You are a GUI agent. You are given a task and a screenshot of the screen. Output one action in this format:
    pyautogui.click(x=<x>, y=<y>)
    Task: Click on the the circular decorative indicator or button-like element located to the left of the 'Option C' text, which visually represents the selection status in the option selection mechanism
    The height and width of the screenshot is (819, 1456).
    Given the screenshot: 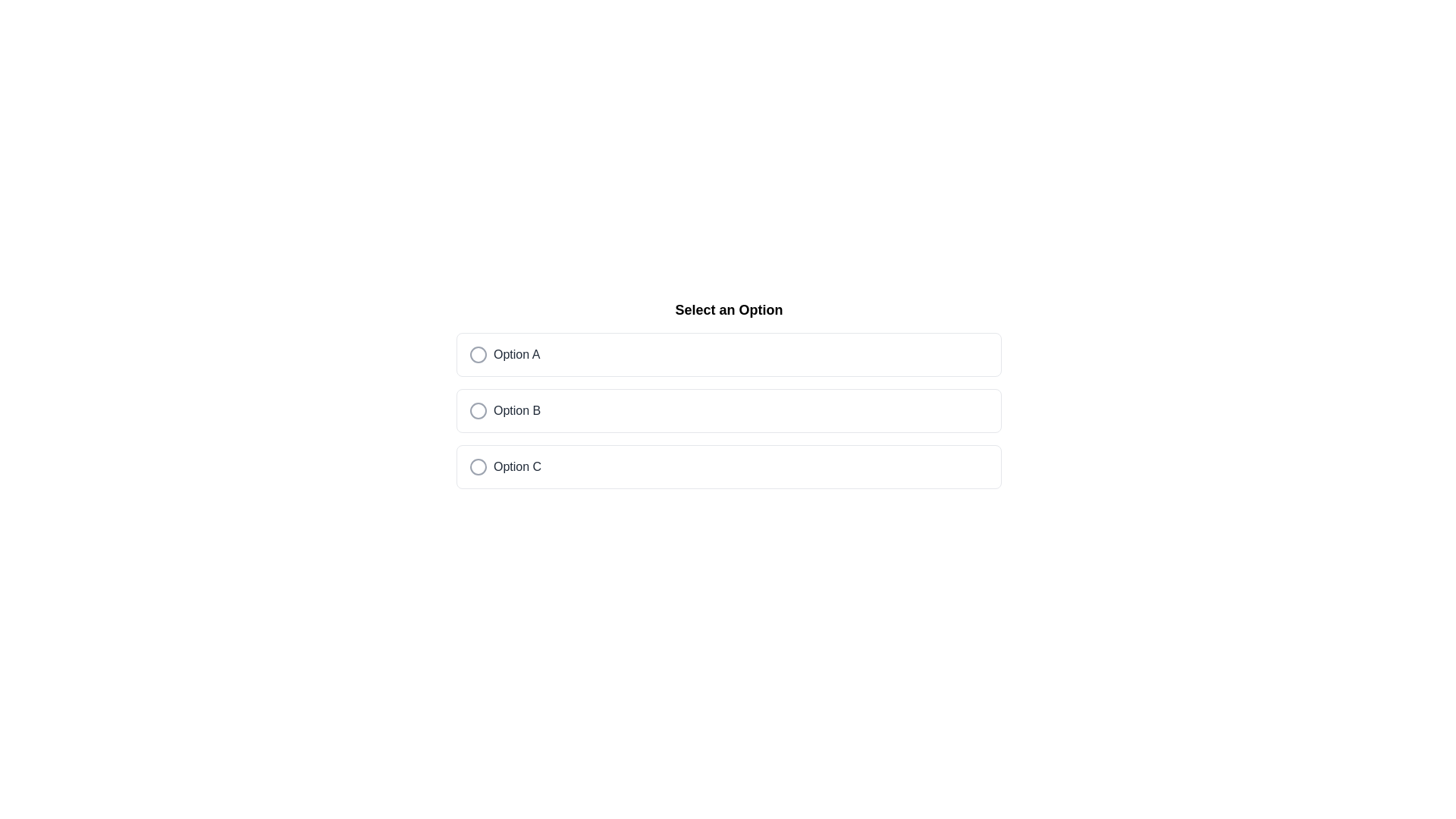 What is the action you would take?
    pyautogui.click(x=477, y=466)
    